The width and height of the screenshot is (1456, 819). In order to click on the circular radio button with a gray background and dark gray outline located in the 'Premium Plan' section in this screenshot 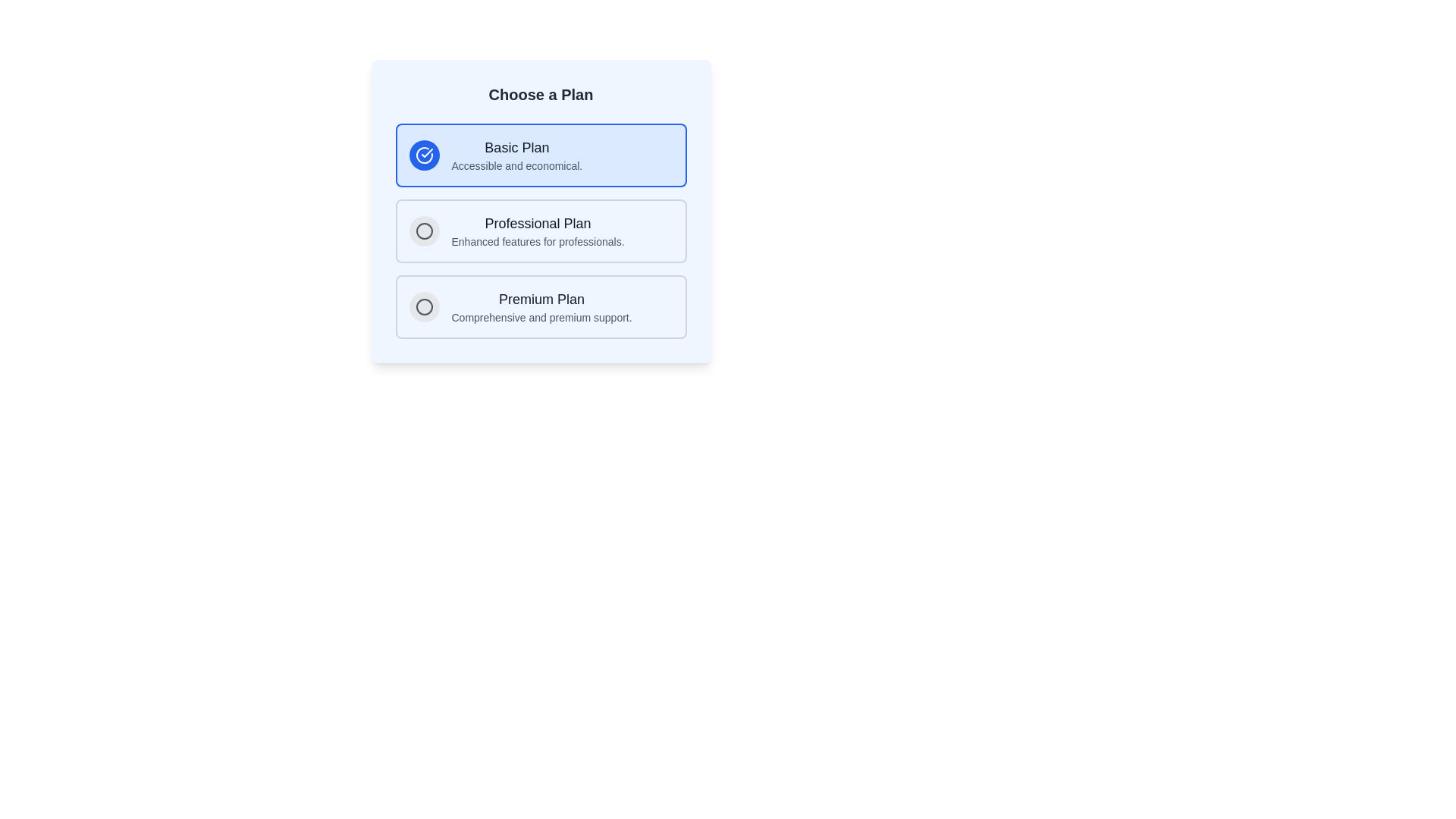, I will do `click(424, 307)`.